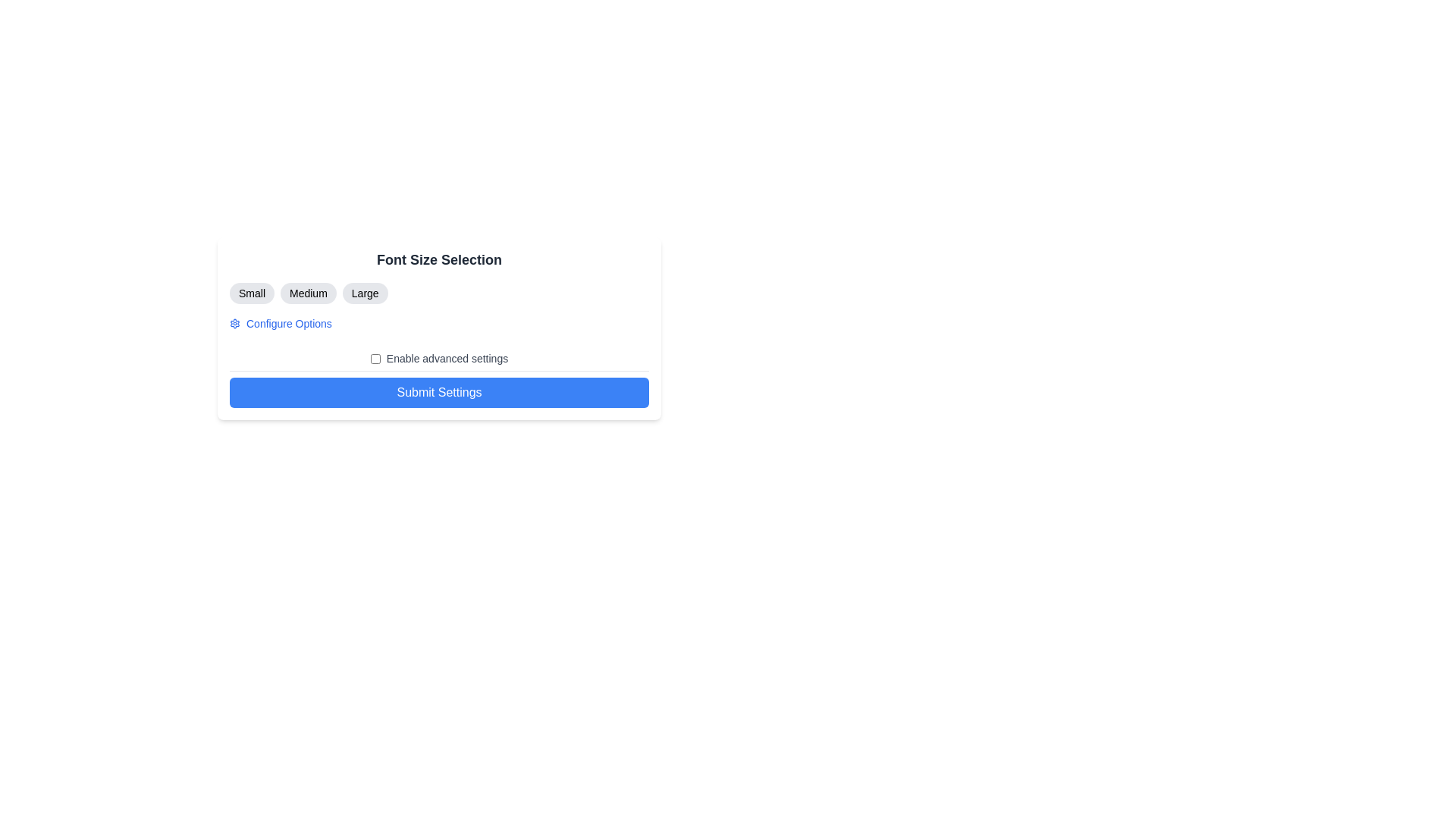 Image resolution: width=1456 pixels, height=819 pixels. I want to click on the blue cogwheel icon adjacent to the 'Configure Options' text label, so click(234, 323).